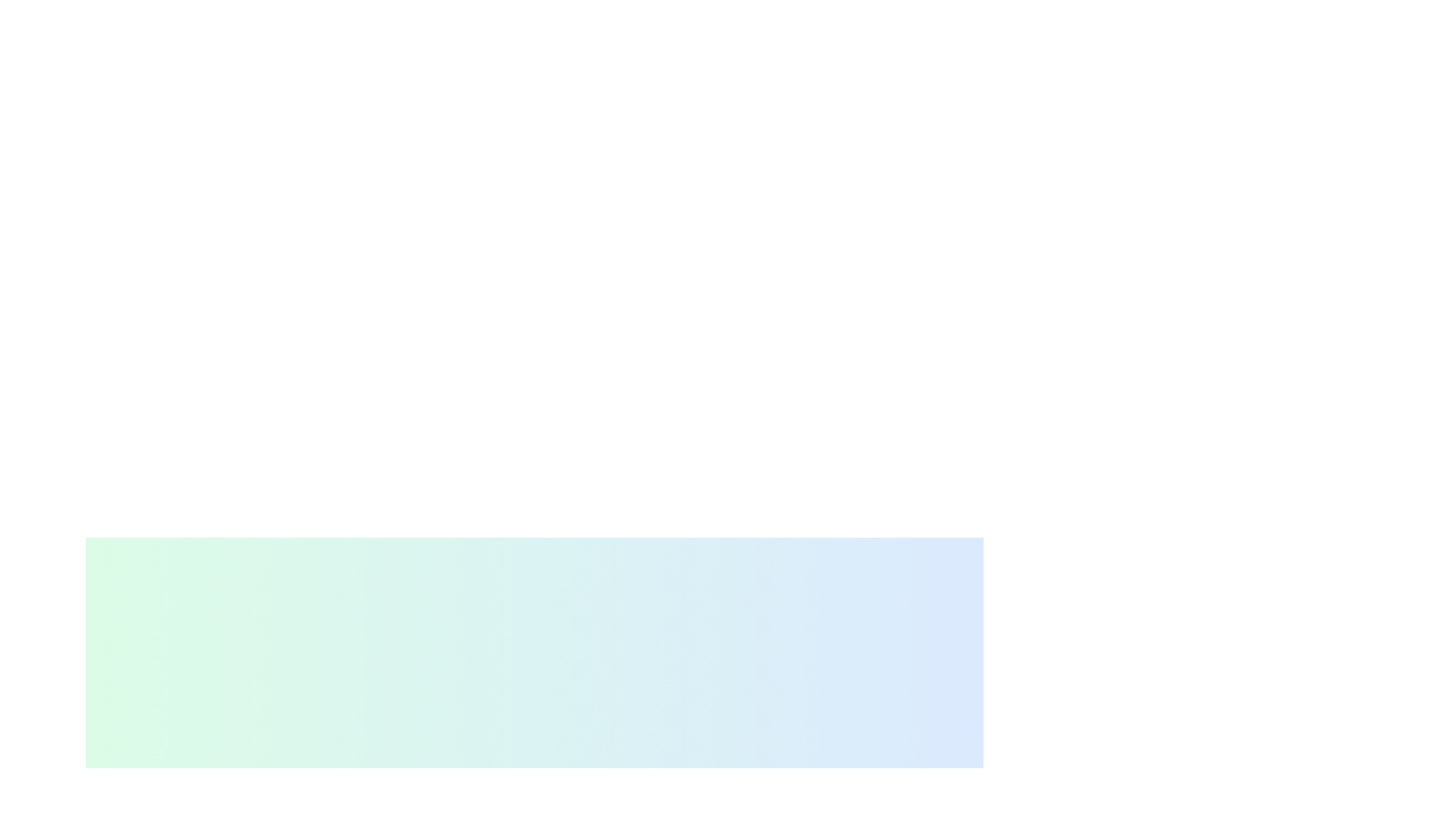 This screenshot has height=819, width=1456. I want to click on the decorative or identifying icon located at the leftmost position of the horizontal group, which is followed by the text 'Document Editor', so click(342, 799).